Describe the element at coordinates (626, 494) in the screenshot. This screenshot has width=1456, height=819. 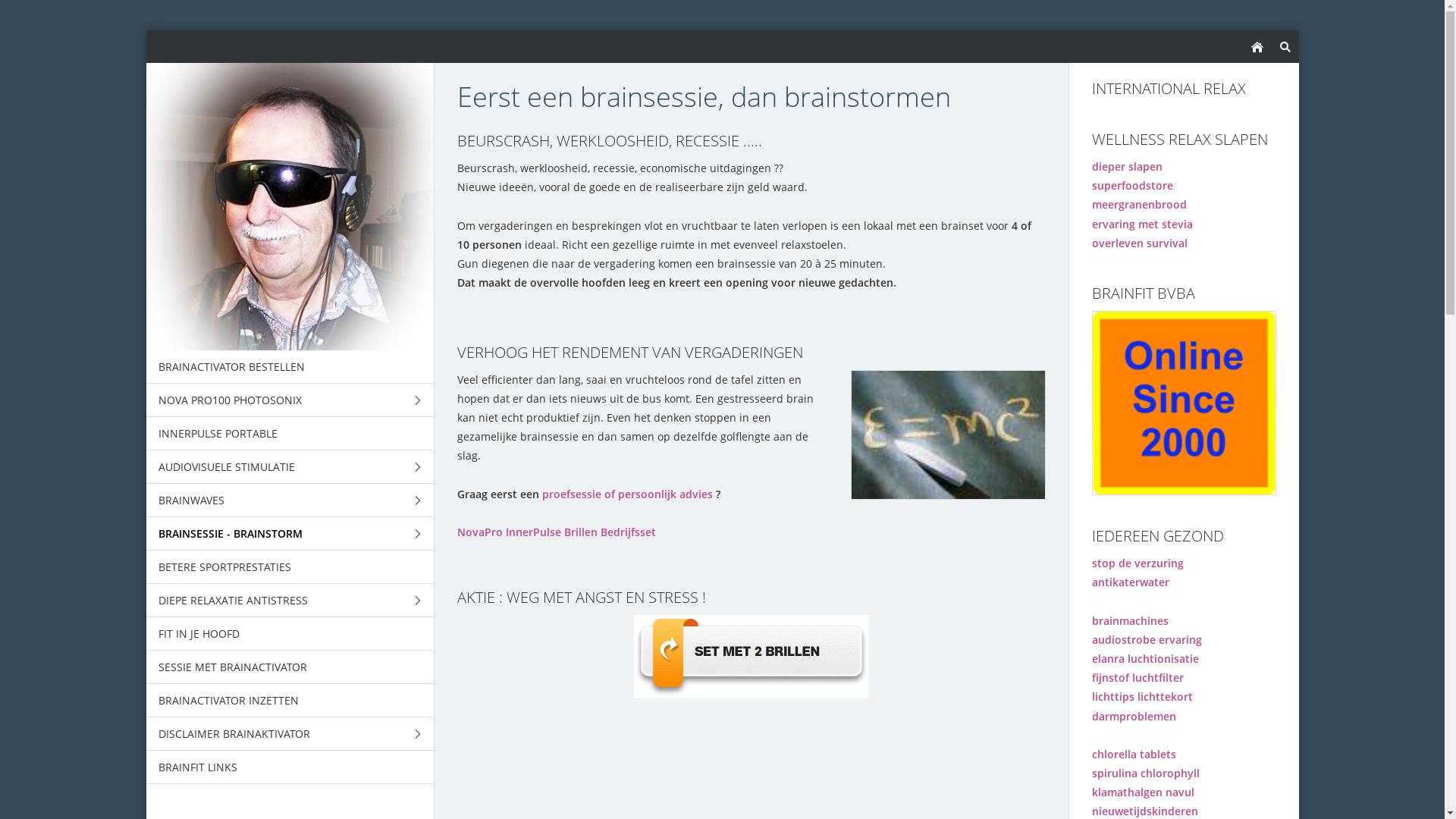
I see `'proefsessie of persoonlijk advies'` at that location.